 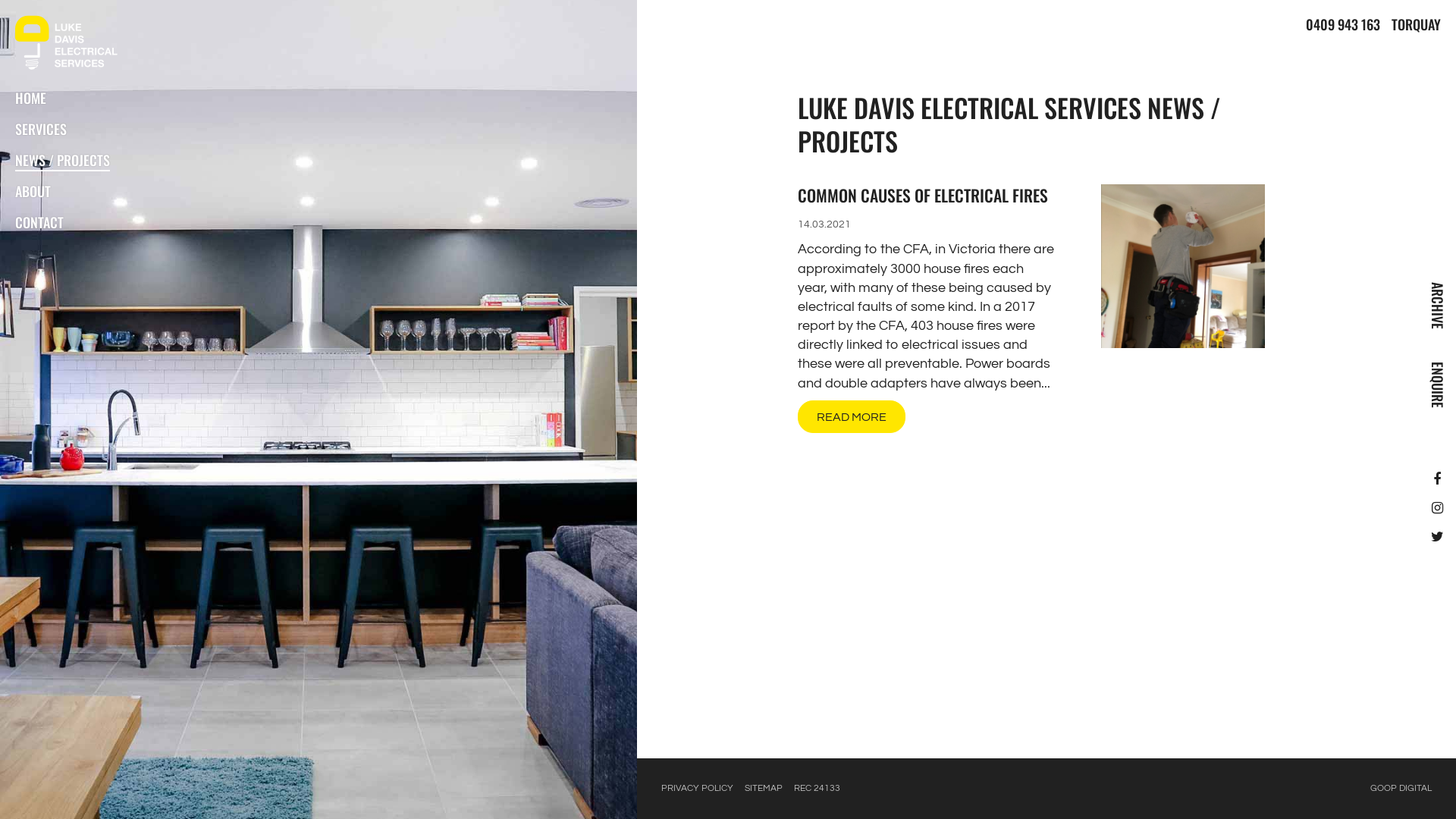 I want to click on 'READ MORE', so click(x=796, y=417).